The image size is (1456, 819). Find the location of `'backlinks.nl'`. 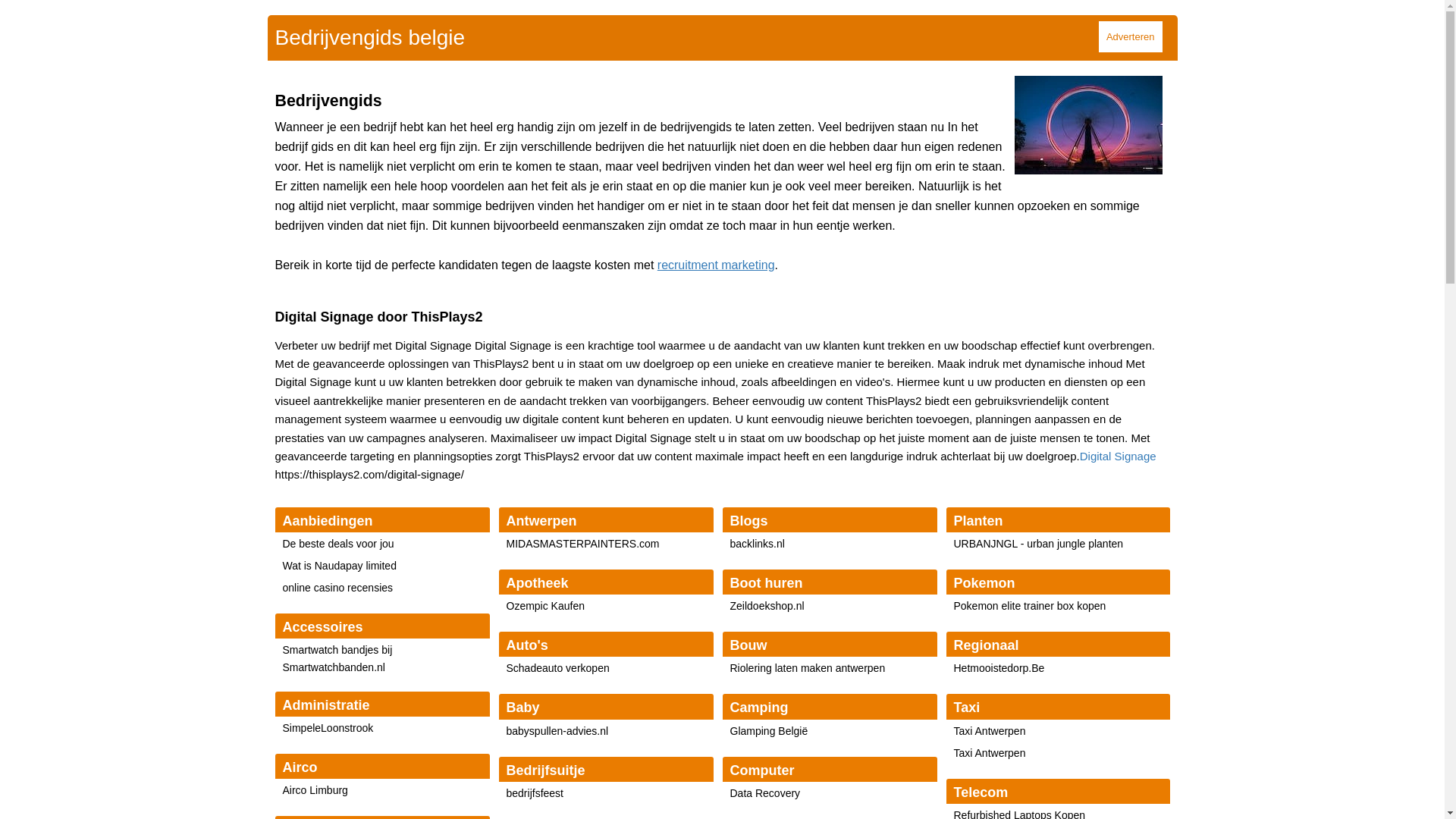

'backlinks.nl' is located at coordinates (729, 543).